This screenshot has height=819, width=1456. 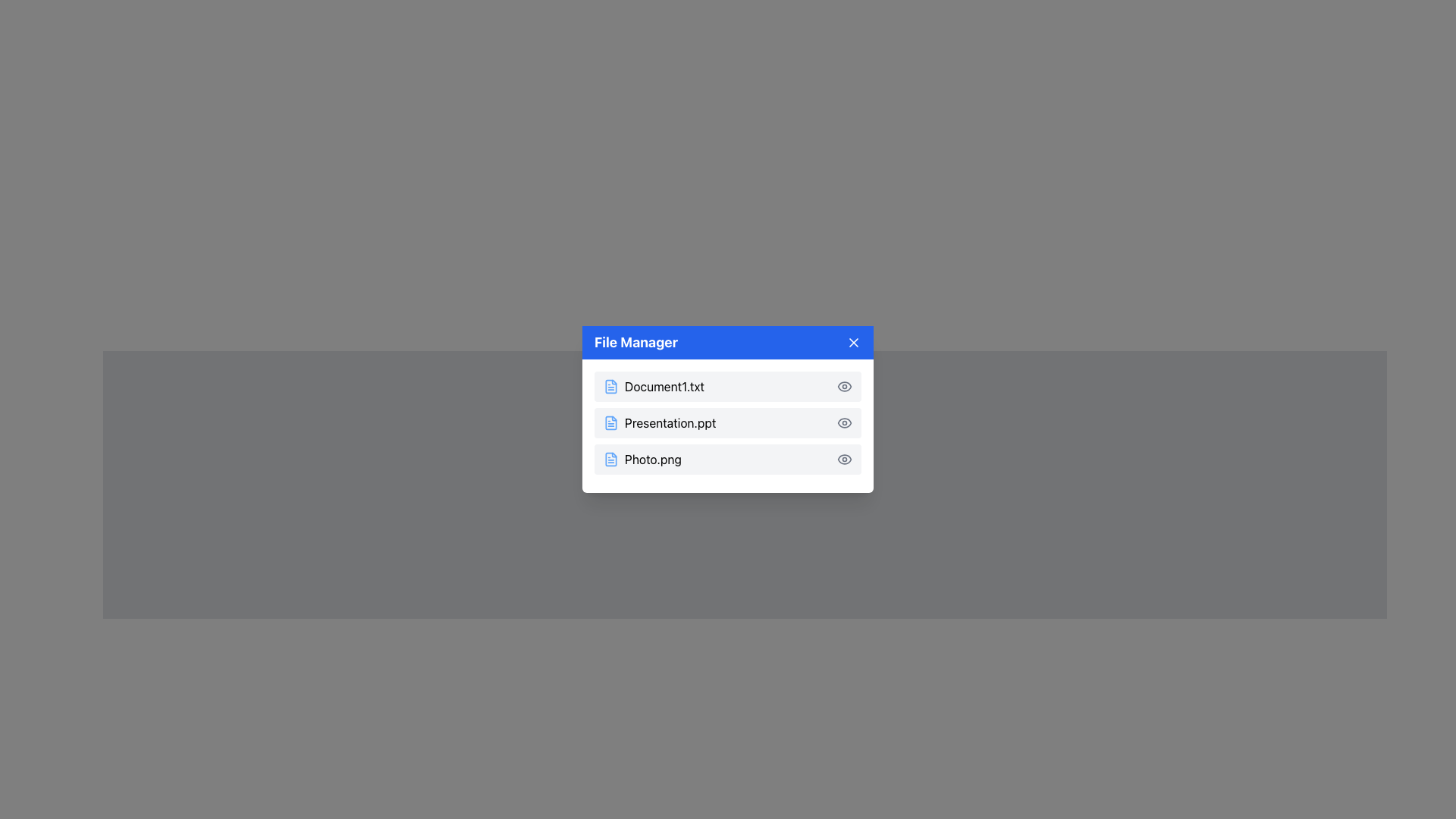 I want to click on the third row file entry, so click(x=728, y=458).